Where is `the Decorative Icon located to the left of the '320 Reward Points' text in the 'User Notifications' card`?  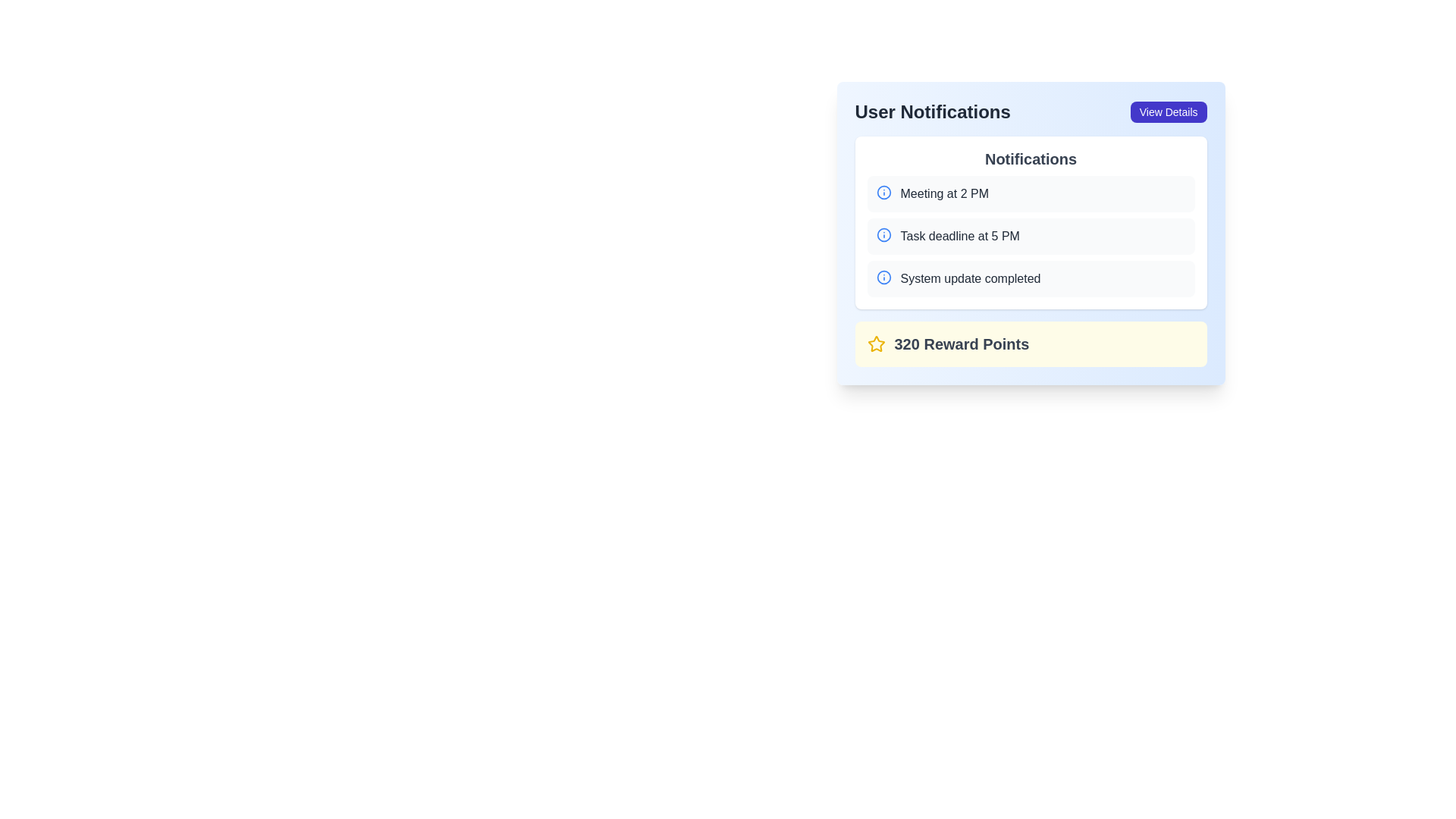
the Decorative Icon located to the left of the '320 Reward Points' text in the 'User Notifications' card is located at coordinates (876, 344).